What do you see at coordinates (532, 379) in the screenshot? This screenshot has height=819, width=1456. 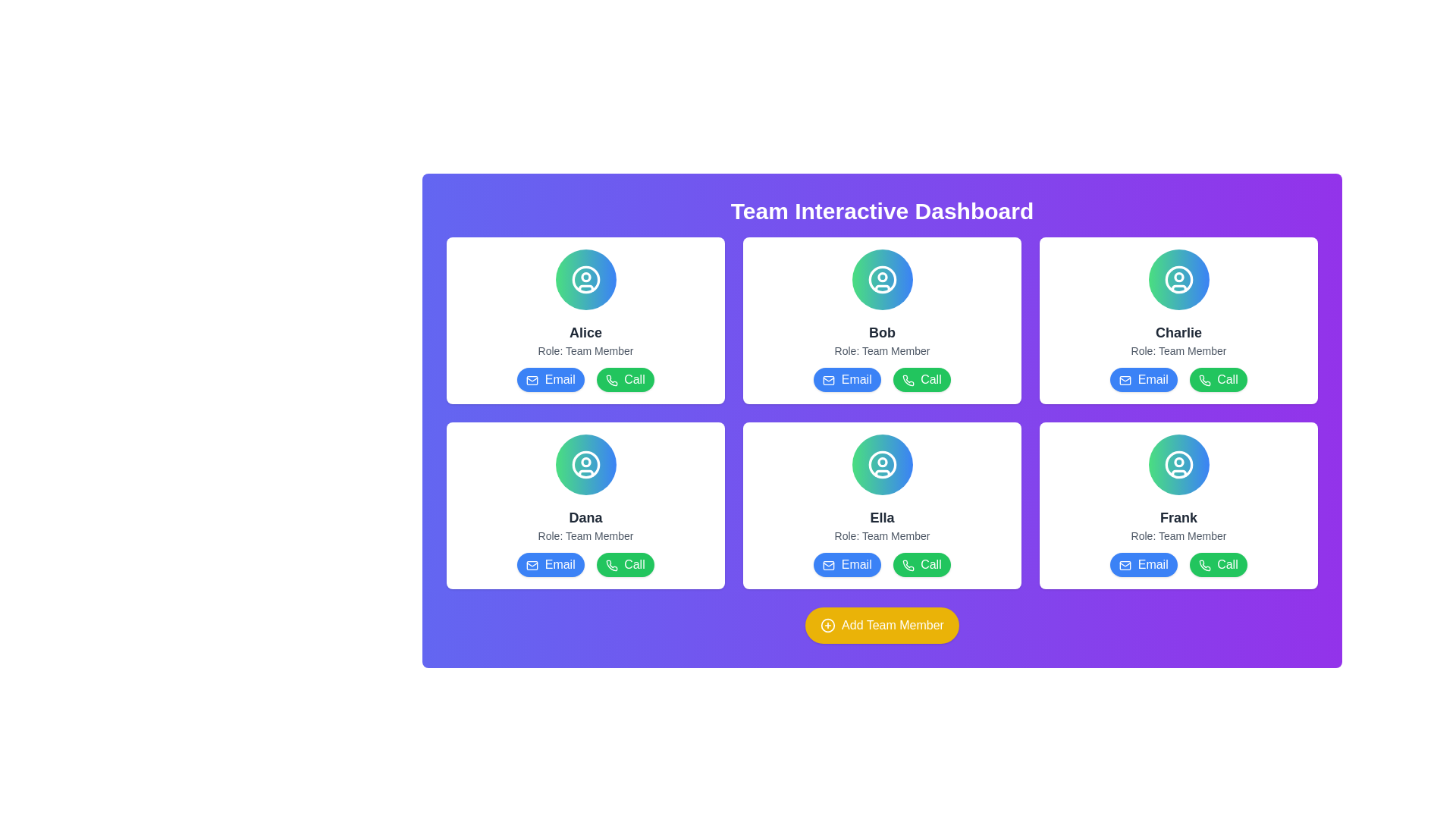 I see `the email icon, which resembles an envelope and is located inside the 'Email' button to the left of the button's text under Alice's card in the first column, first row of the grid layout` at bounding box center [532, 379].